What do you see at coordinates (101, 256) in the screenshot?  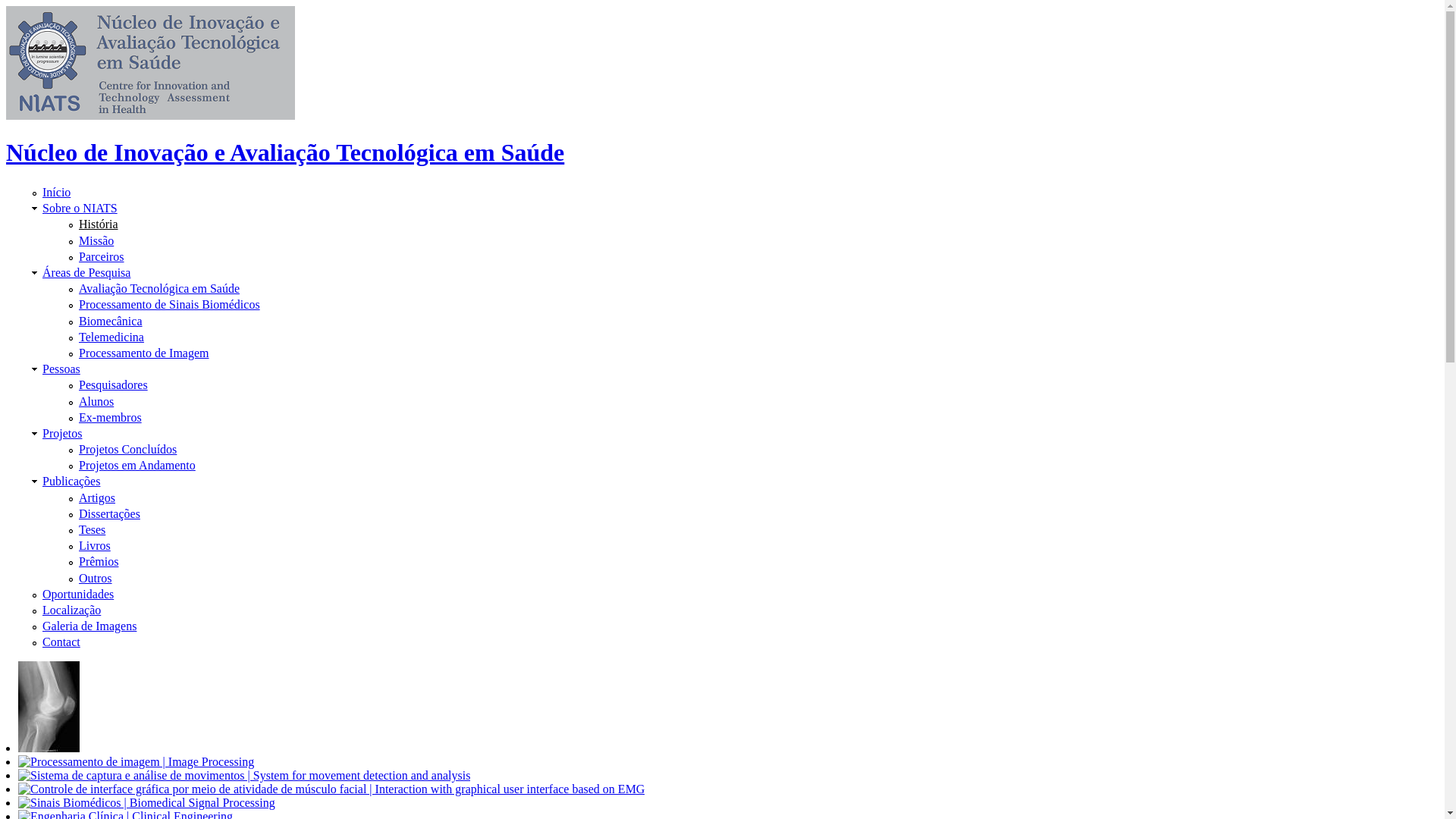 I see `'Parceiros'` at bounding box center [101, 256].